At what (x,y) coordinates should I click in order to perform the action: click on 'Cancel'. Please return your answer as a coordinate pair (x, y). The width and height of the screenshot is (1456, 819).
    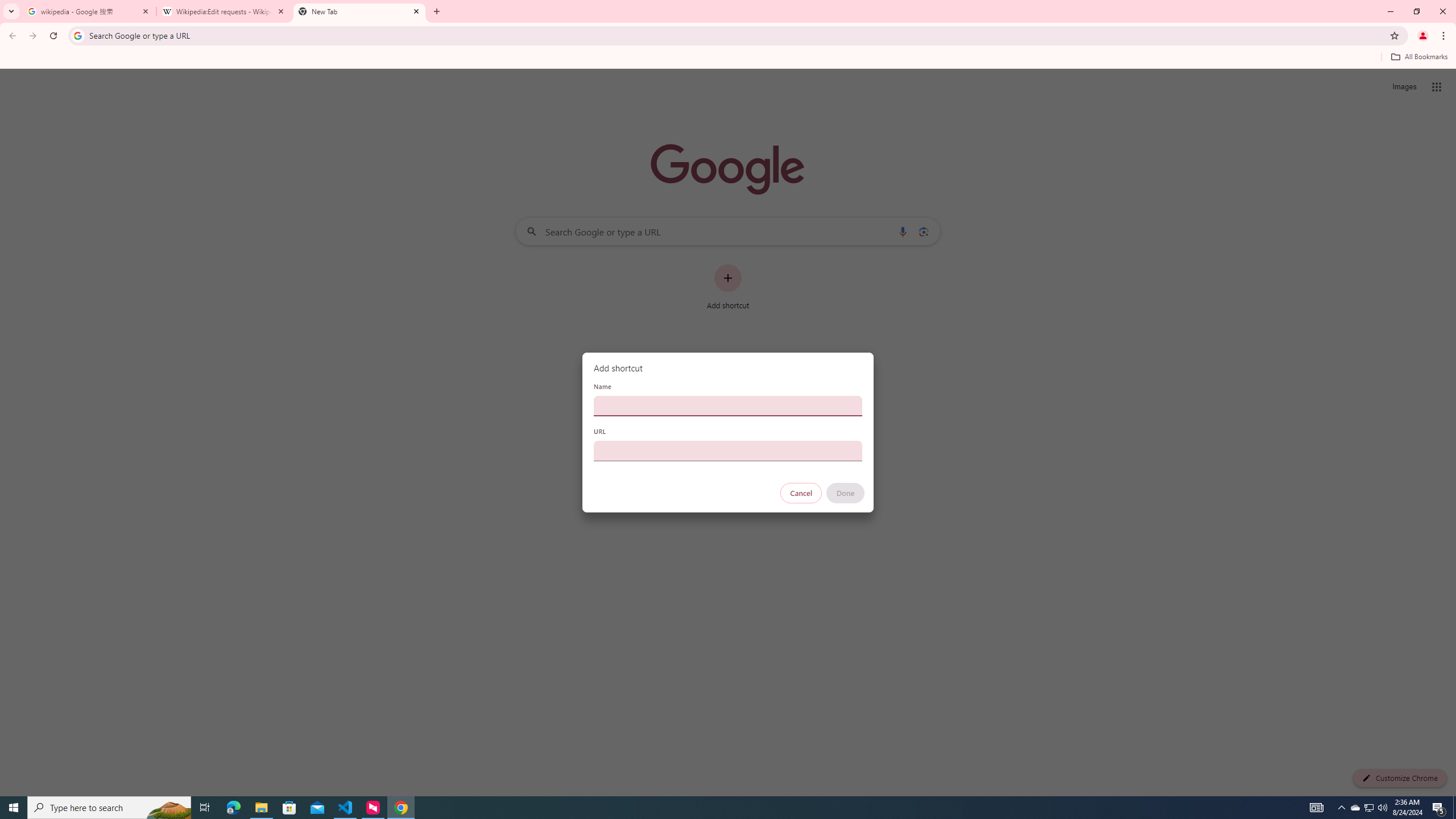
    Looking at the image, I should click on (801, 493).